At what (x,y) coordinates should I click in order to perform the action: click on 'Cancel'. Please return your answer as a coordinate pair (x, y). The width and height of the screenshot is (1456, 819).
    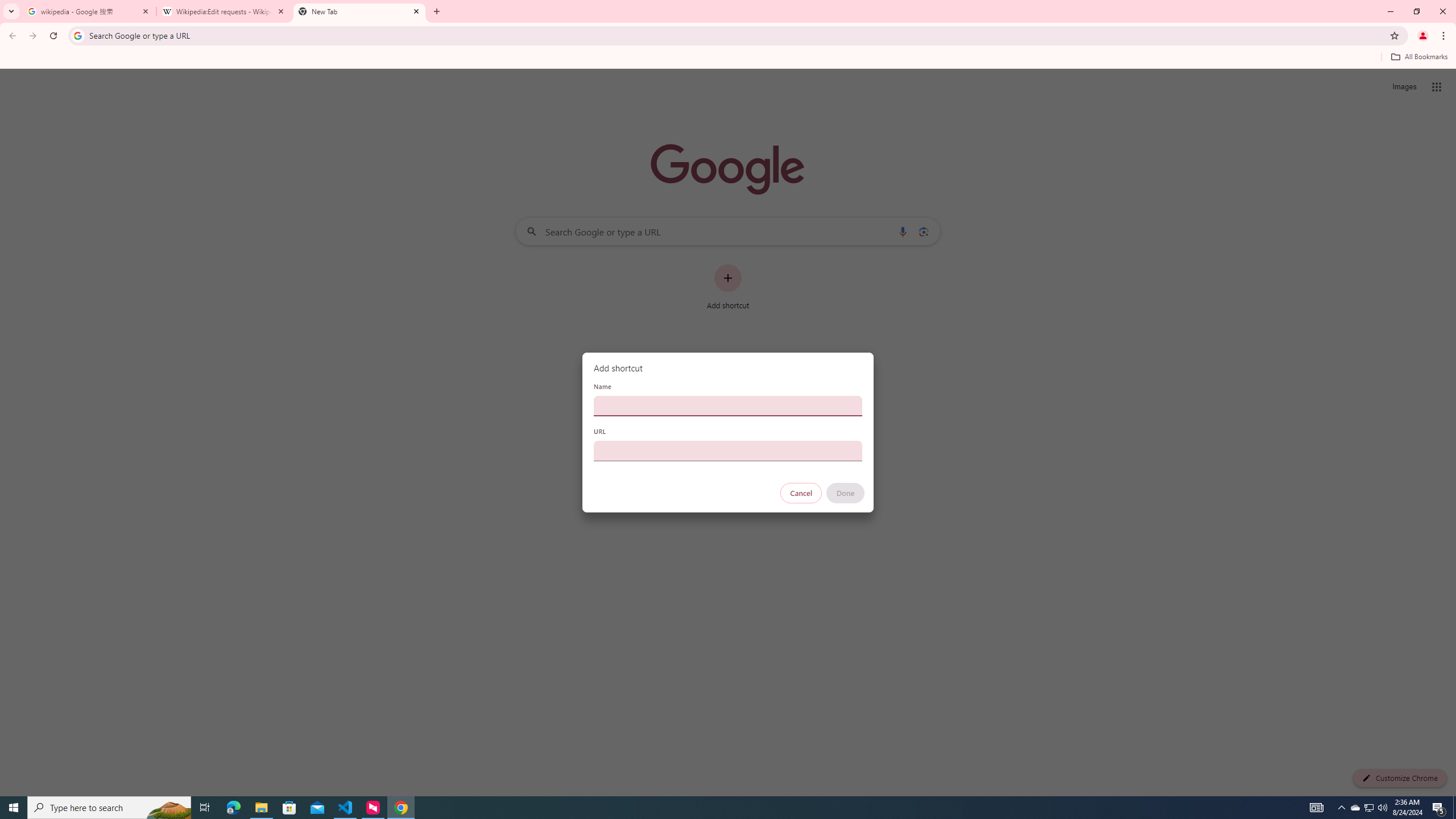
    Looking at the image, I should click on (801, 493).